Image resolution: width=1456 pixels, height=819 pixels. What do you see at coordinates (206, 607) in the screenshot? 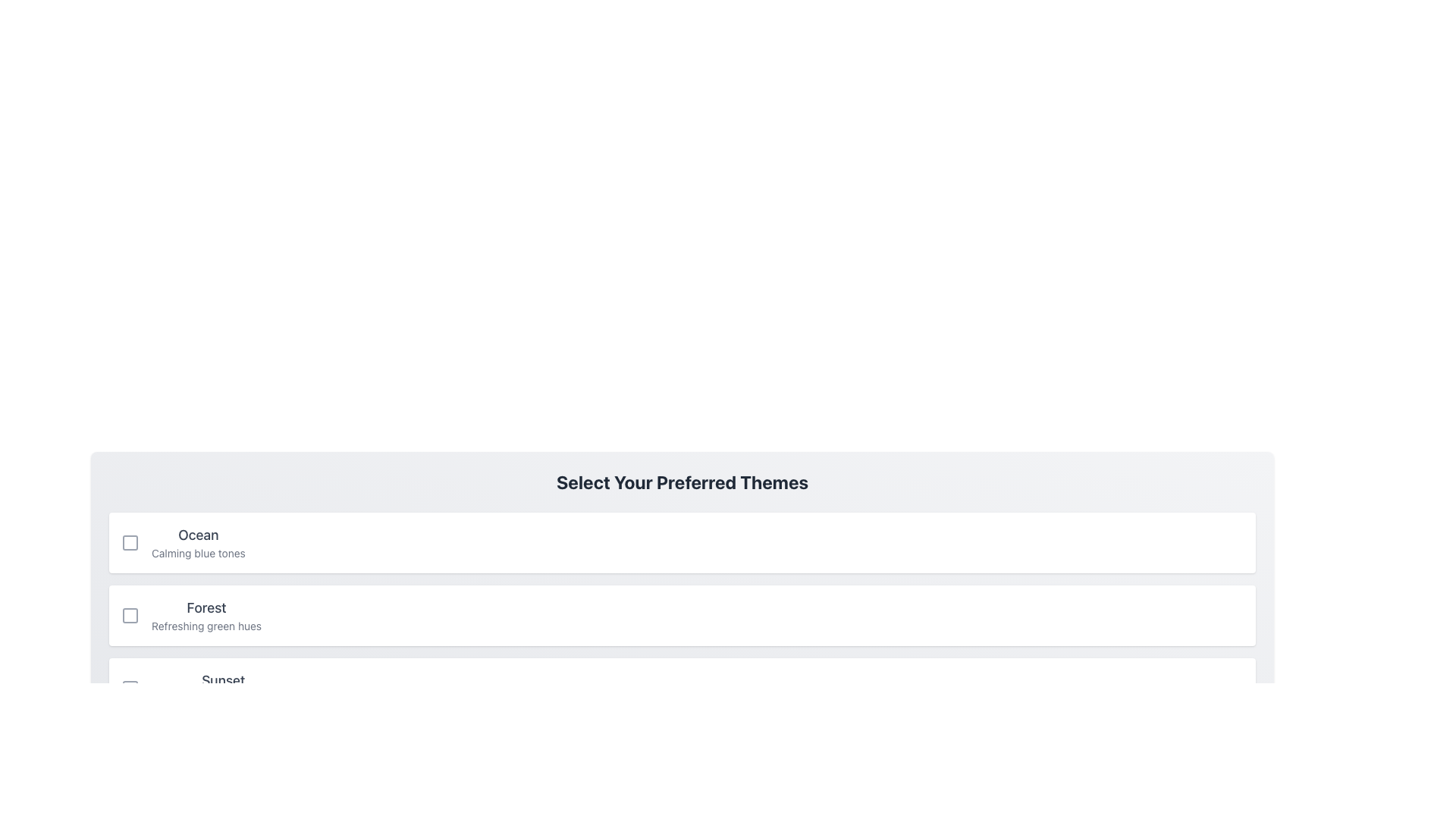
I see `the 'Forest' theme text label, which identifies the theme in a list of options and is positioned above the descriptive text 'Refreshing green hues'` at bounding box center [206, 607].